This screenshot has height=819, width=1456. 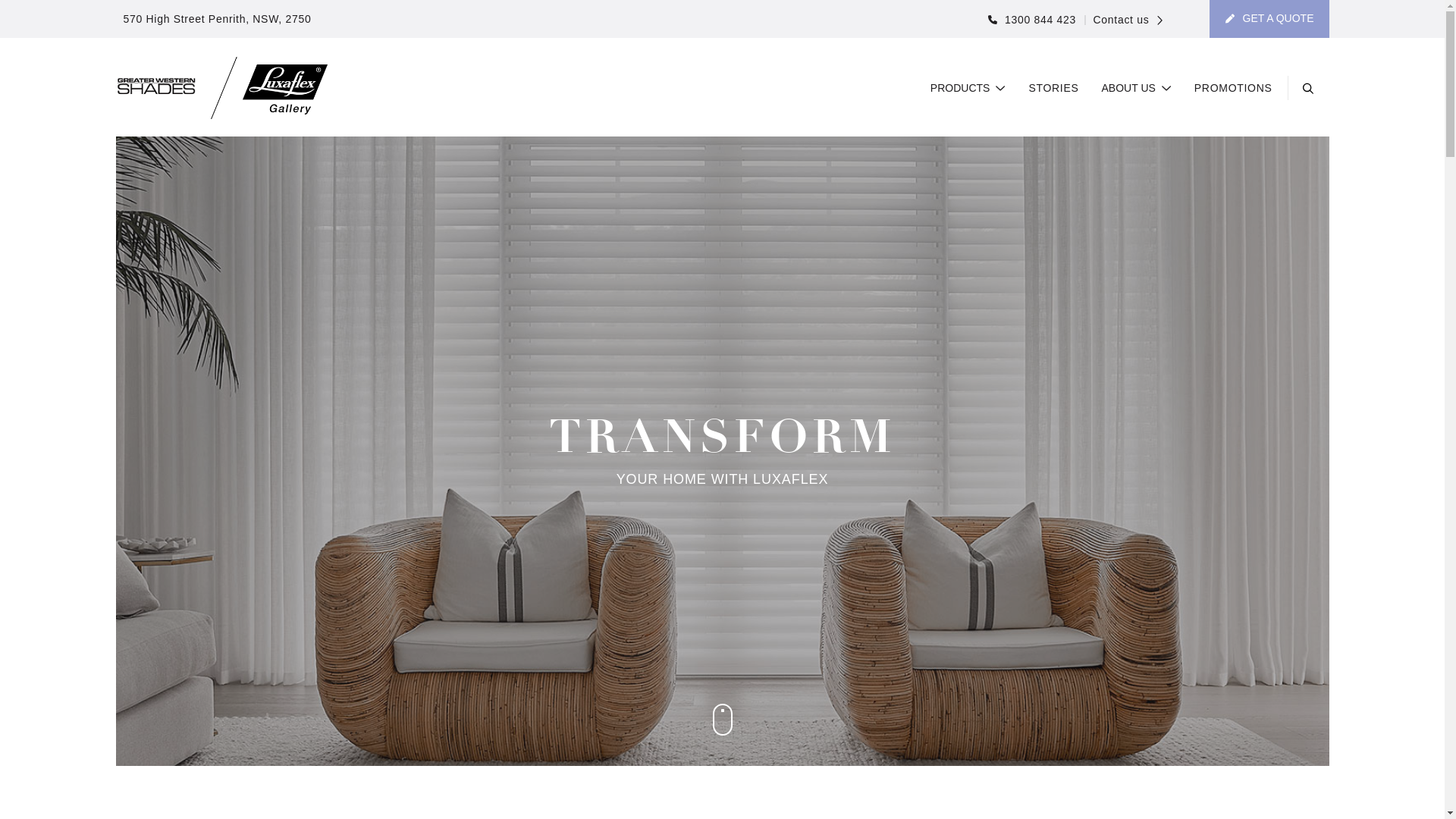 What do you see at coordinates (722, 718) in the screenshot?
I see `'Scroll to content'` at bounding box center [722, 718].